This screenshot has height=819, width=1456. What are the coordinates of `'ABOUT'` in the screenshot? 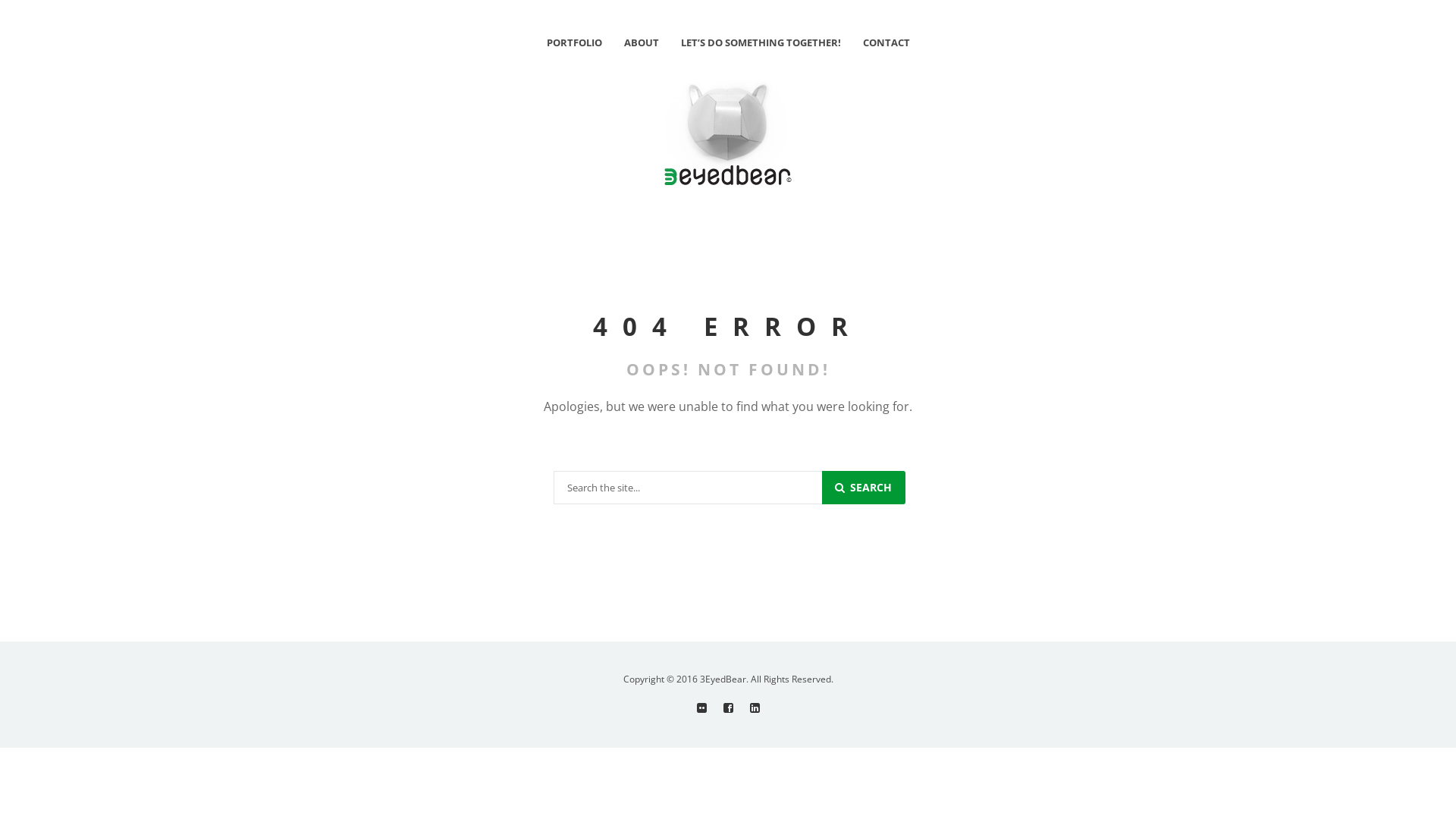 It's located at (640, 42).